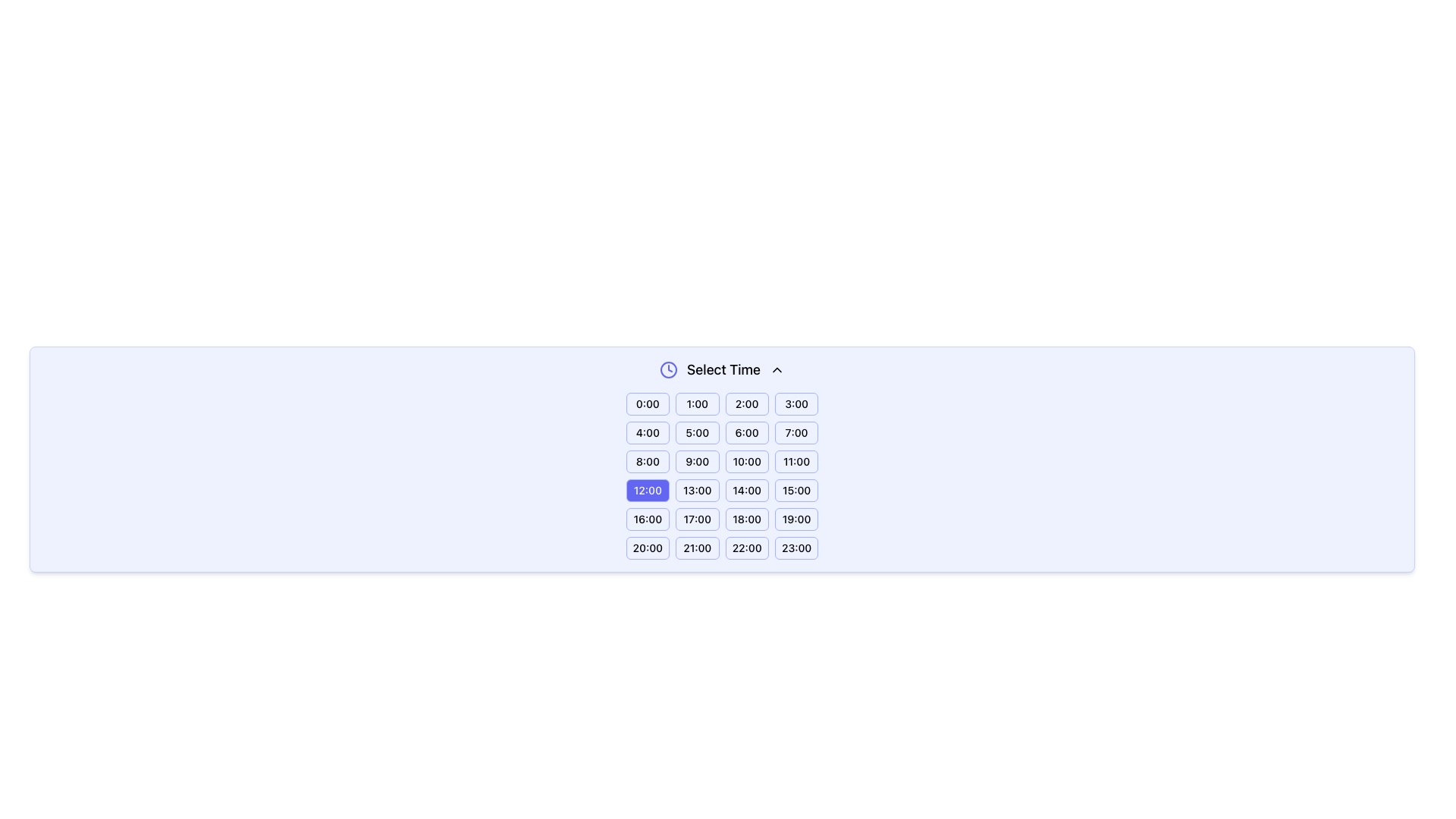 This screenshot has height=819, width=1456. What do you see at coordinates (696, 461) in the screenshot?
I see `the '9:00' hour button in the time selection interface` at bounding box center [696, 461].